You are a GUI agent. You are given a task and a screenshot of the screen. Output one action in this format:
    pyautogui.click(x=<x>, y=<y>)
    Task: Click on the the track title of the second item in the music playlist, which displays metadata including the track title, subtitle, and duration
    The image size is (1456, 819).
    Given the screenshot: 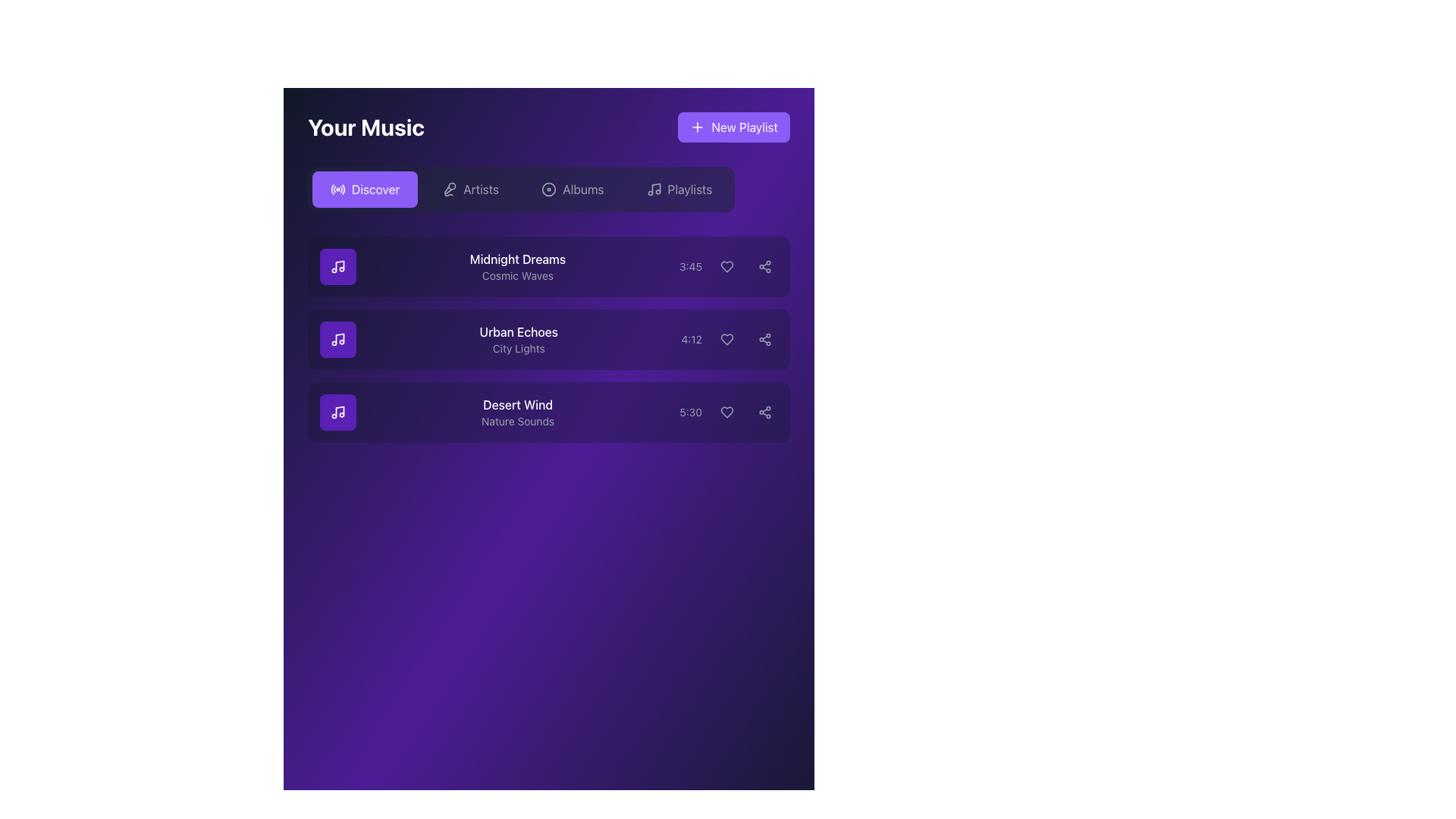 What is the action you would take?
    pyautogui.click(x=548, y=338)
    